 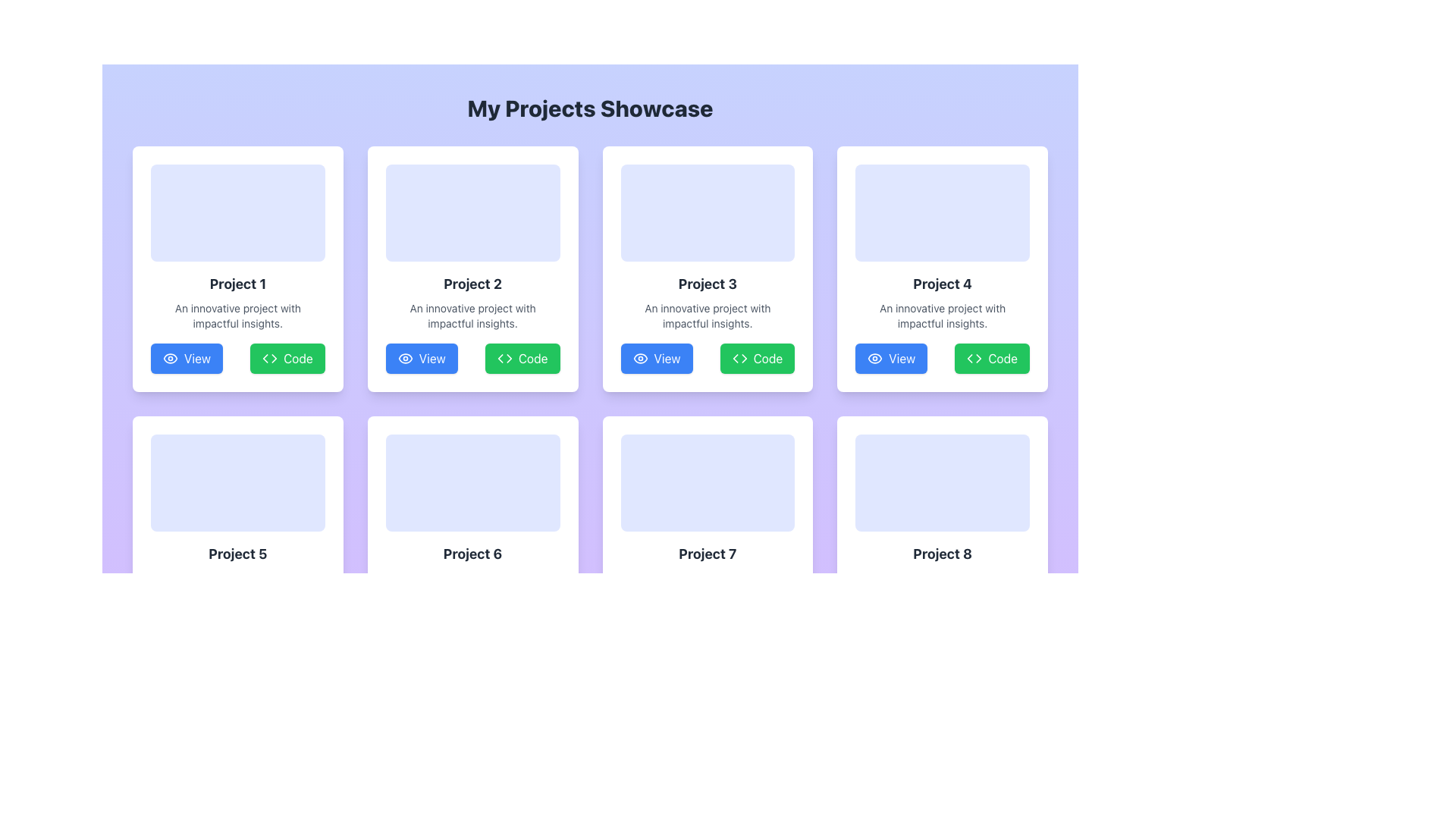 What do you see at coordinates (504, 359) in the screenshot?
I see `the angle brackets icon ('<>') located inside the green 'Code' button in the project card titled 'Project 2' to interact with it` at bounding box center [504, 359].